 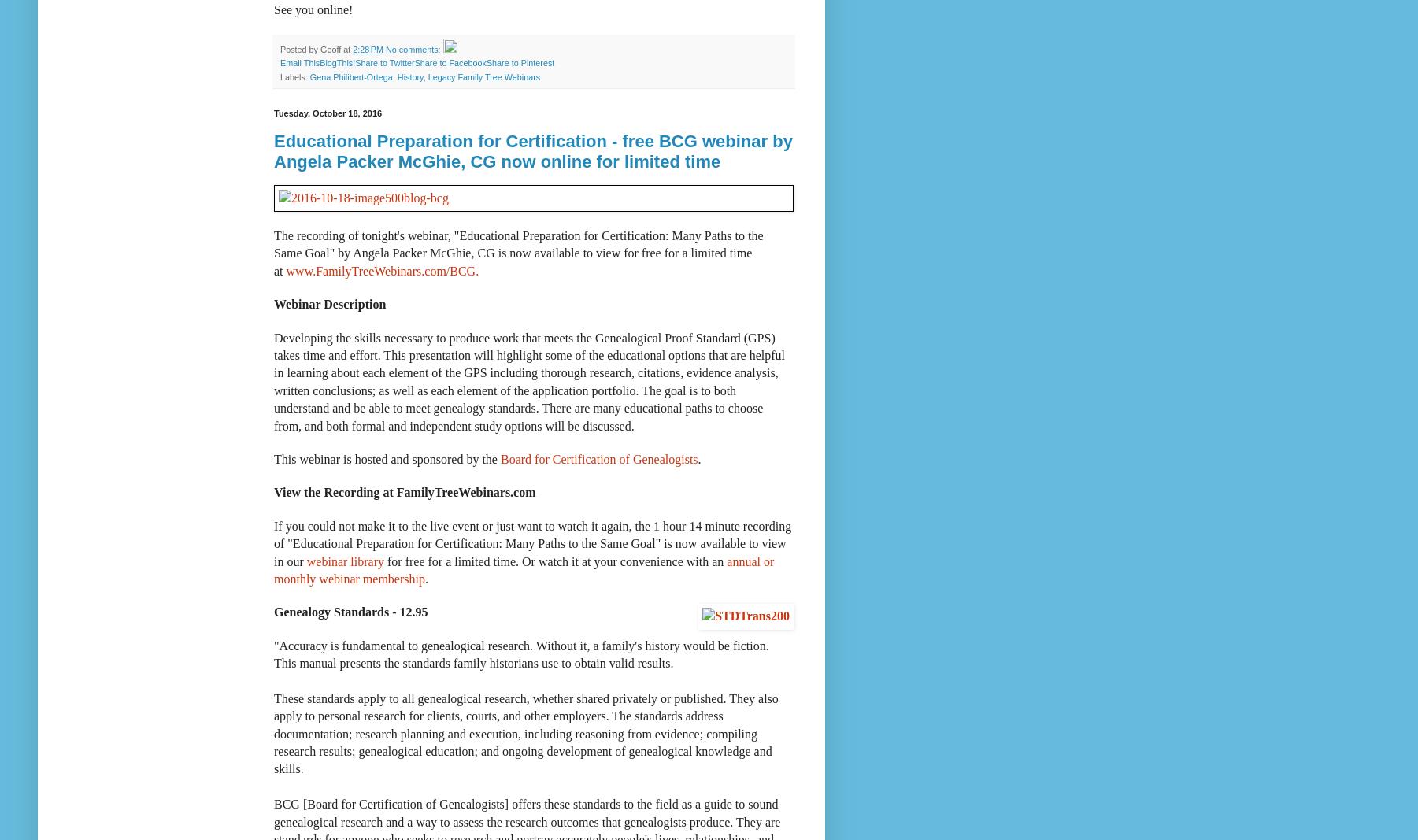 I want to click on 'at', so click(x=342, y=48).